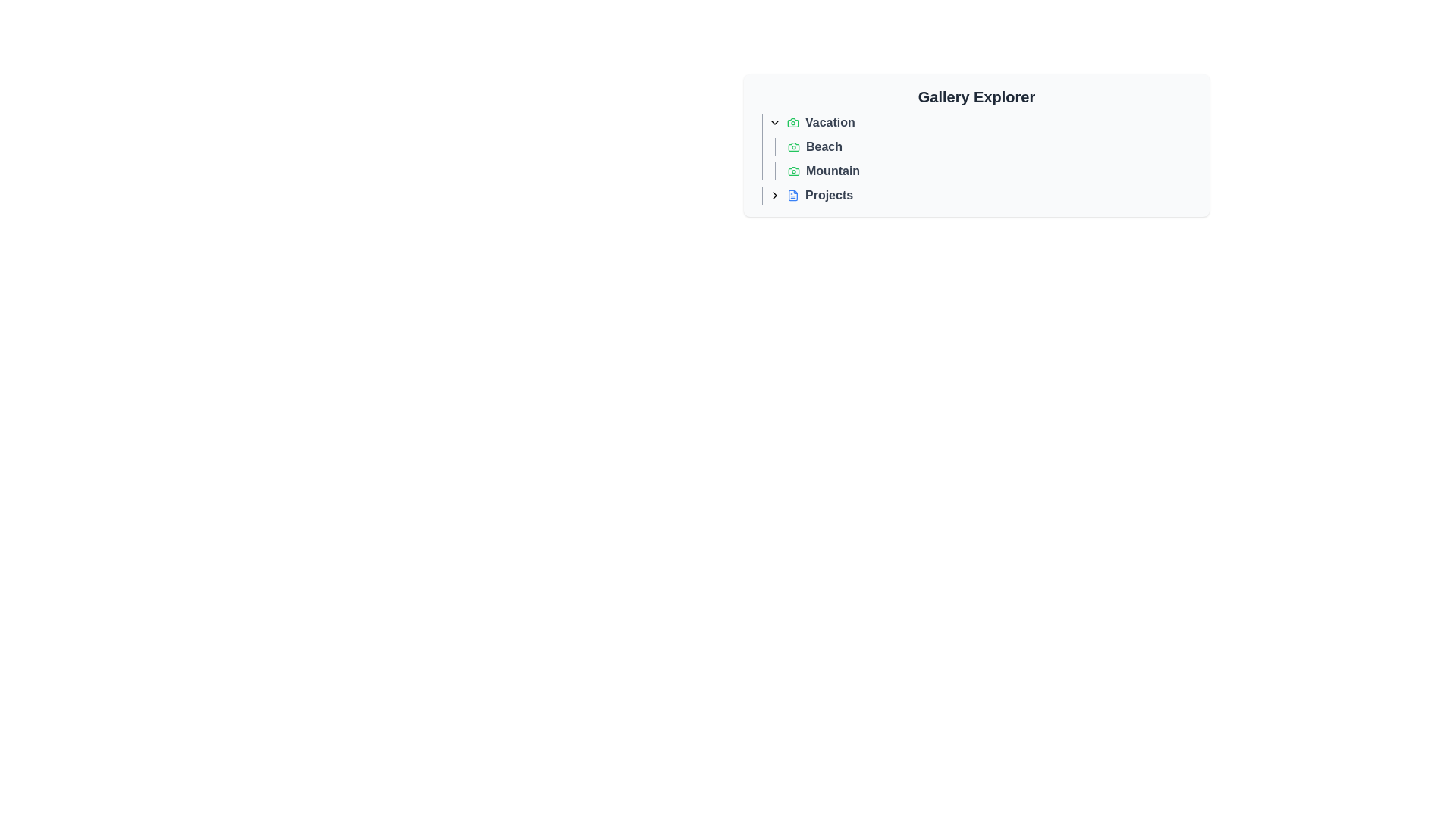 The width and height of the screenshot is (1456, 819). I want to click on the 'Vacation' label element, which is styled in bold gray text and positioned under a category heading in a tree view structure, to interact with the associated category, so click(829, 122).